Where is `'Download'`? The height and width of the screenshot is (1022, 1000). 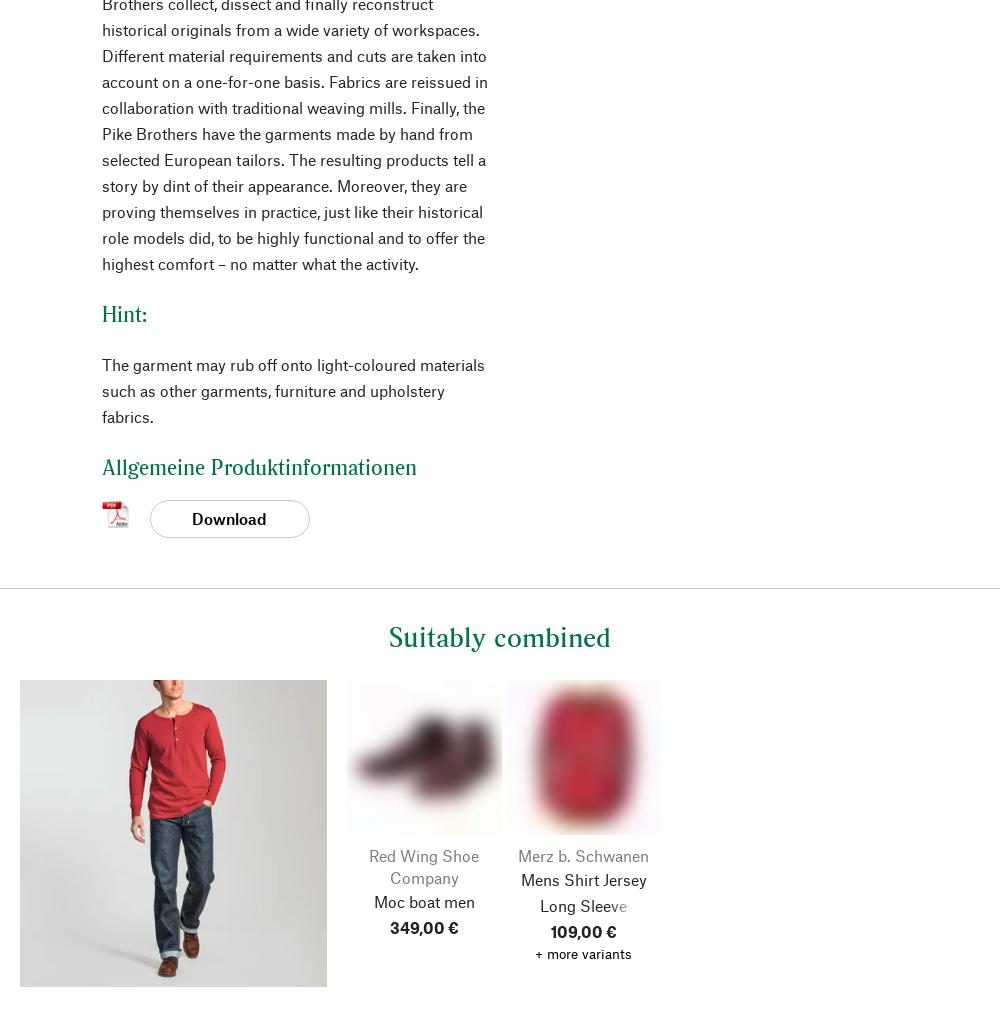 'Download' is located at coordinates (228, 517).